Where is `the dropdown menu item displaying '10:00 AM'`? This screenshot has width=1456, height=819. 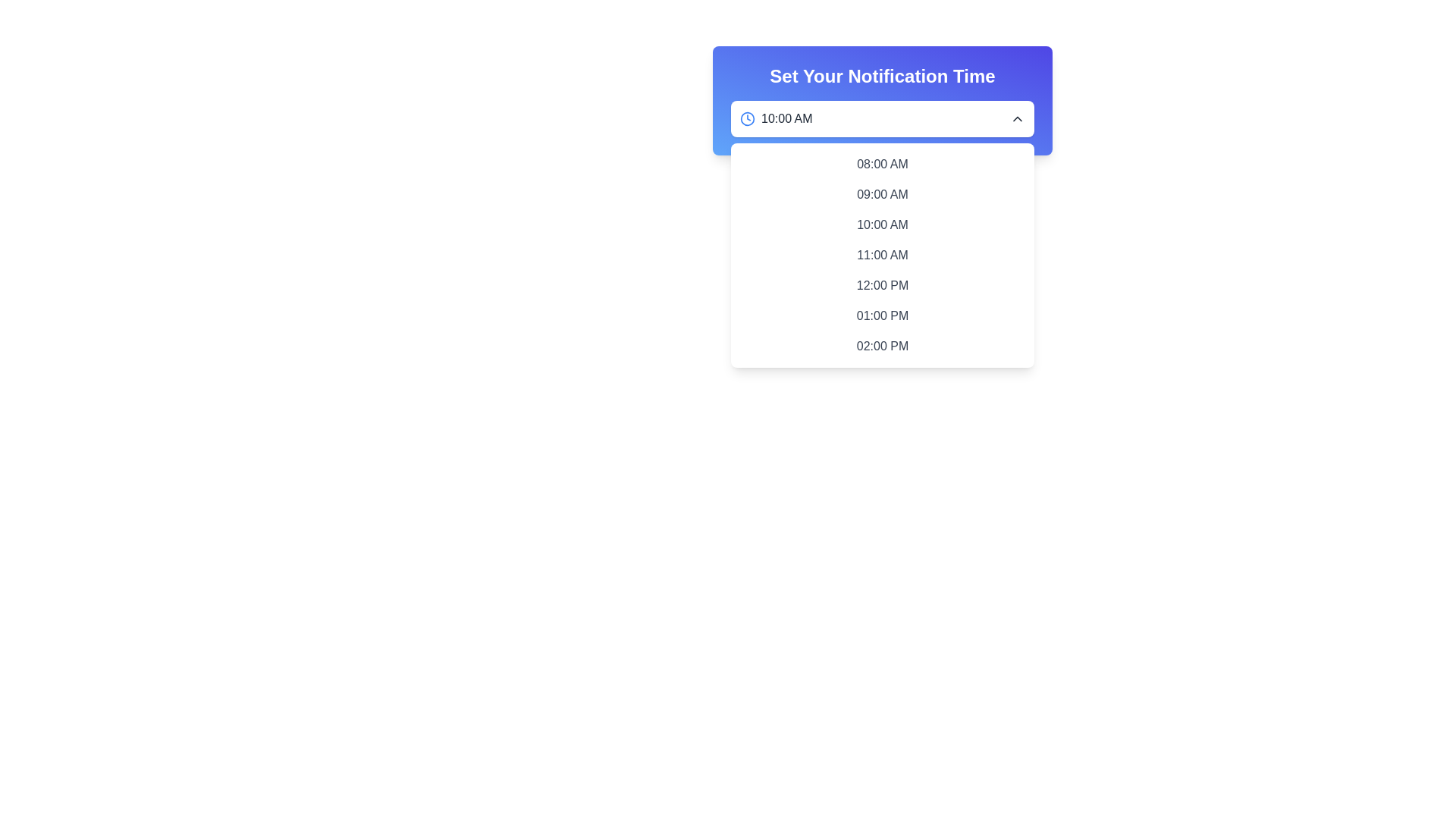
the dropdown menu item displaying '10:00 AM' is located at coordinates (882, 225).